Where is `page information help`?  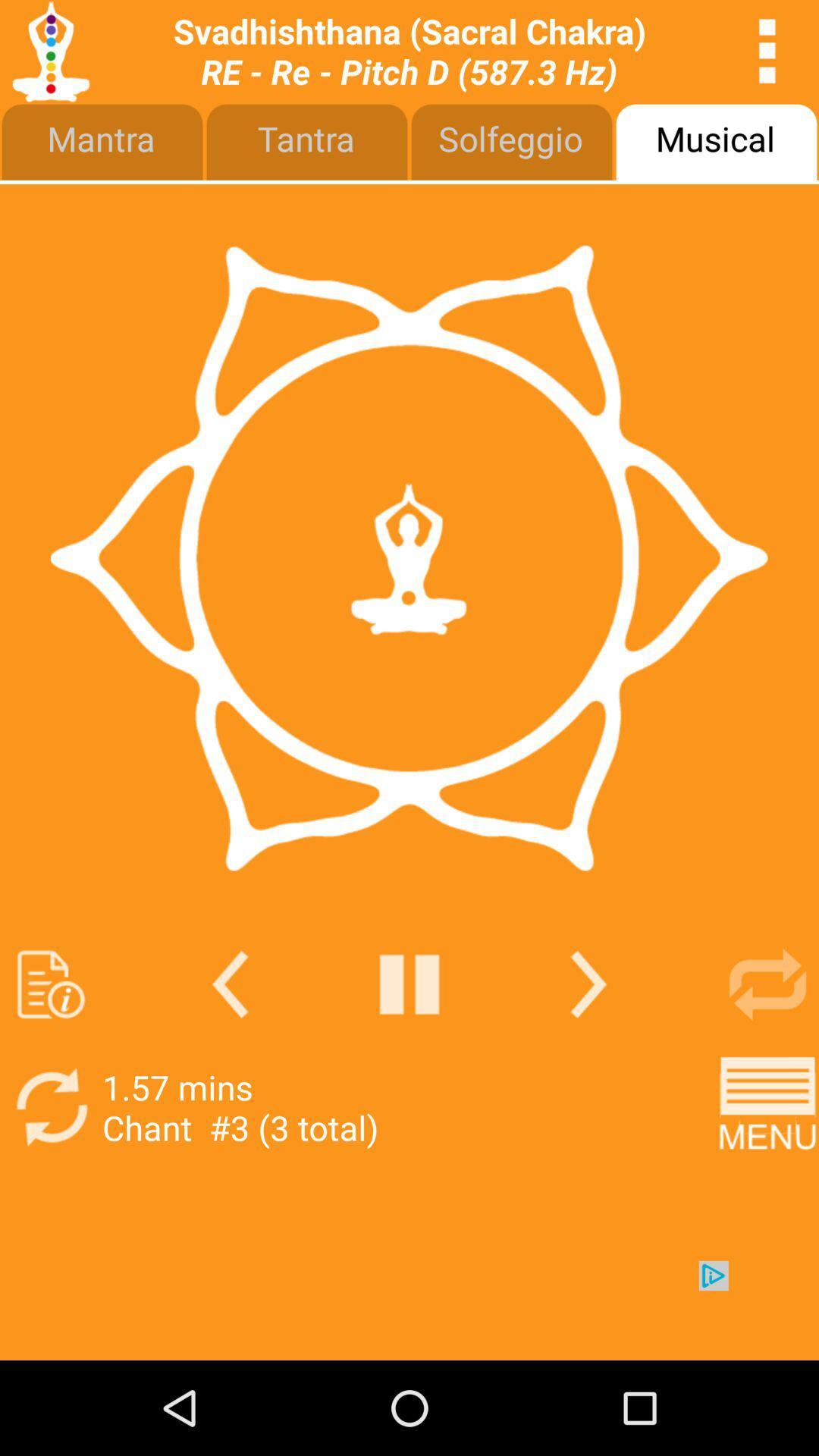
page information help is located at coordinates (50, 984).